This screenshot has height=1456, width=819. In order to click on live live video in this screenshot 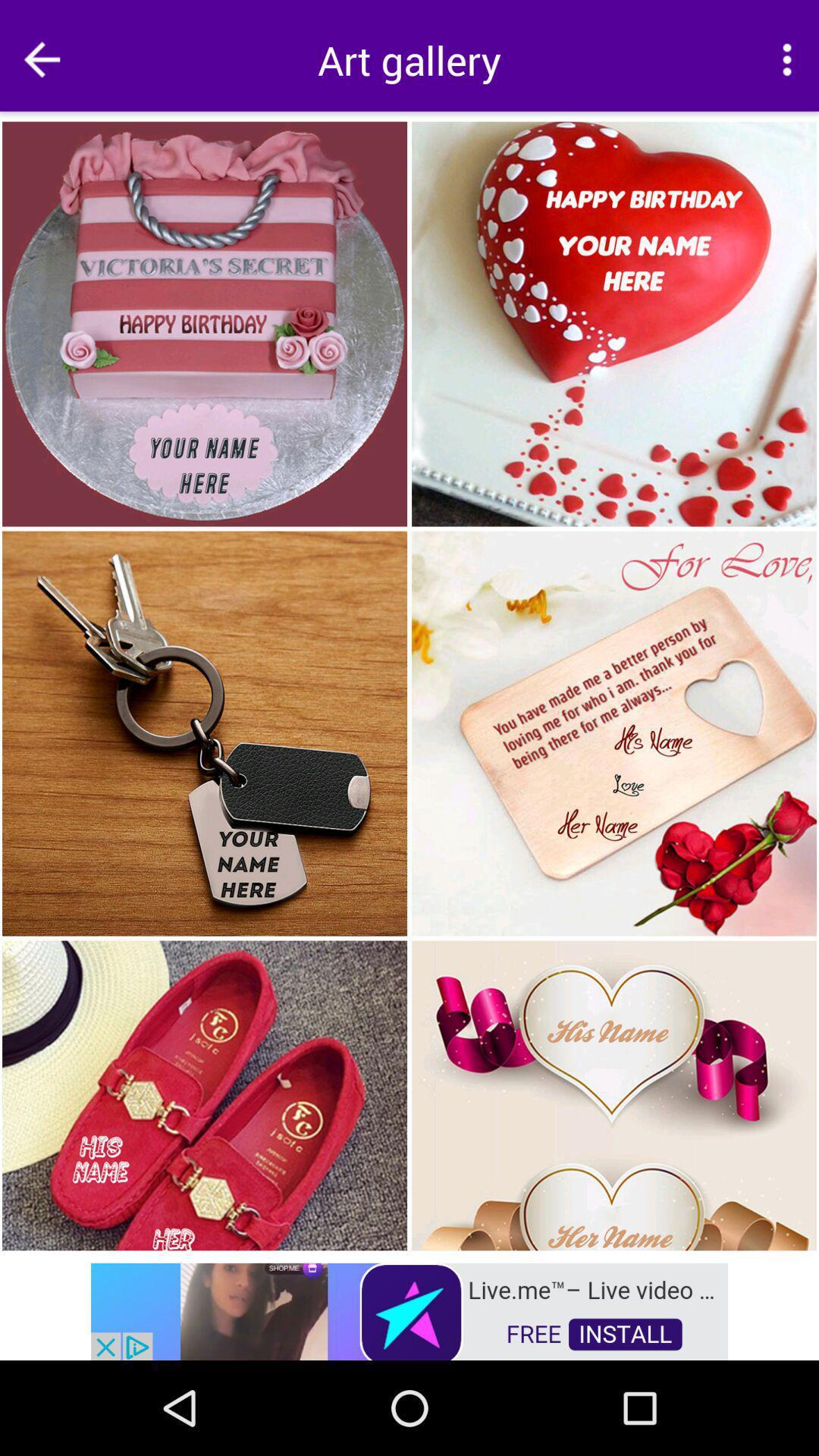, I will do `click(409, 1310)`.